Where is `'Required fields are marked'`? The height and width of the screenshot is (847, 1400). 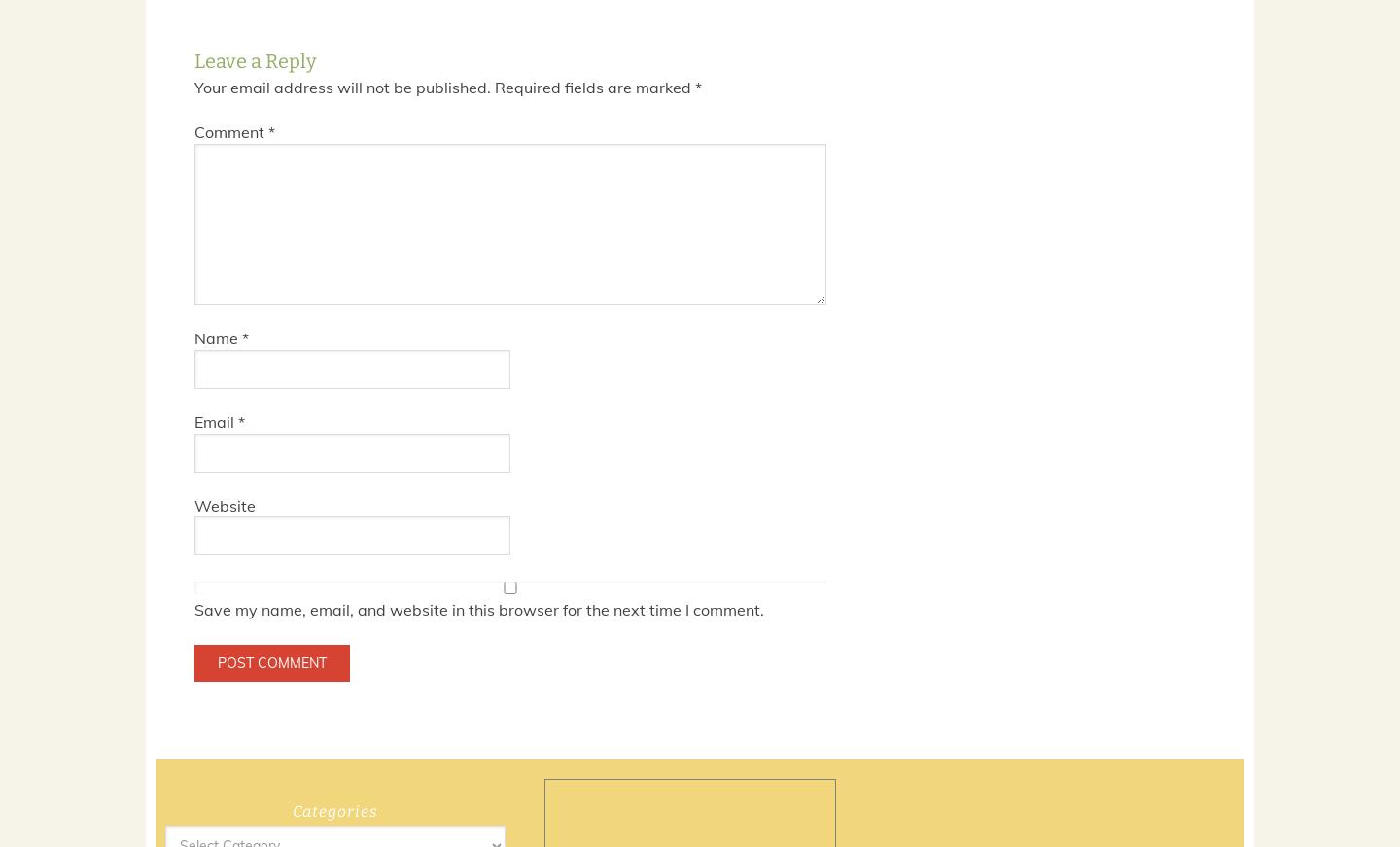 'Required fields are marked' is located at coordinates (594, 86).